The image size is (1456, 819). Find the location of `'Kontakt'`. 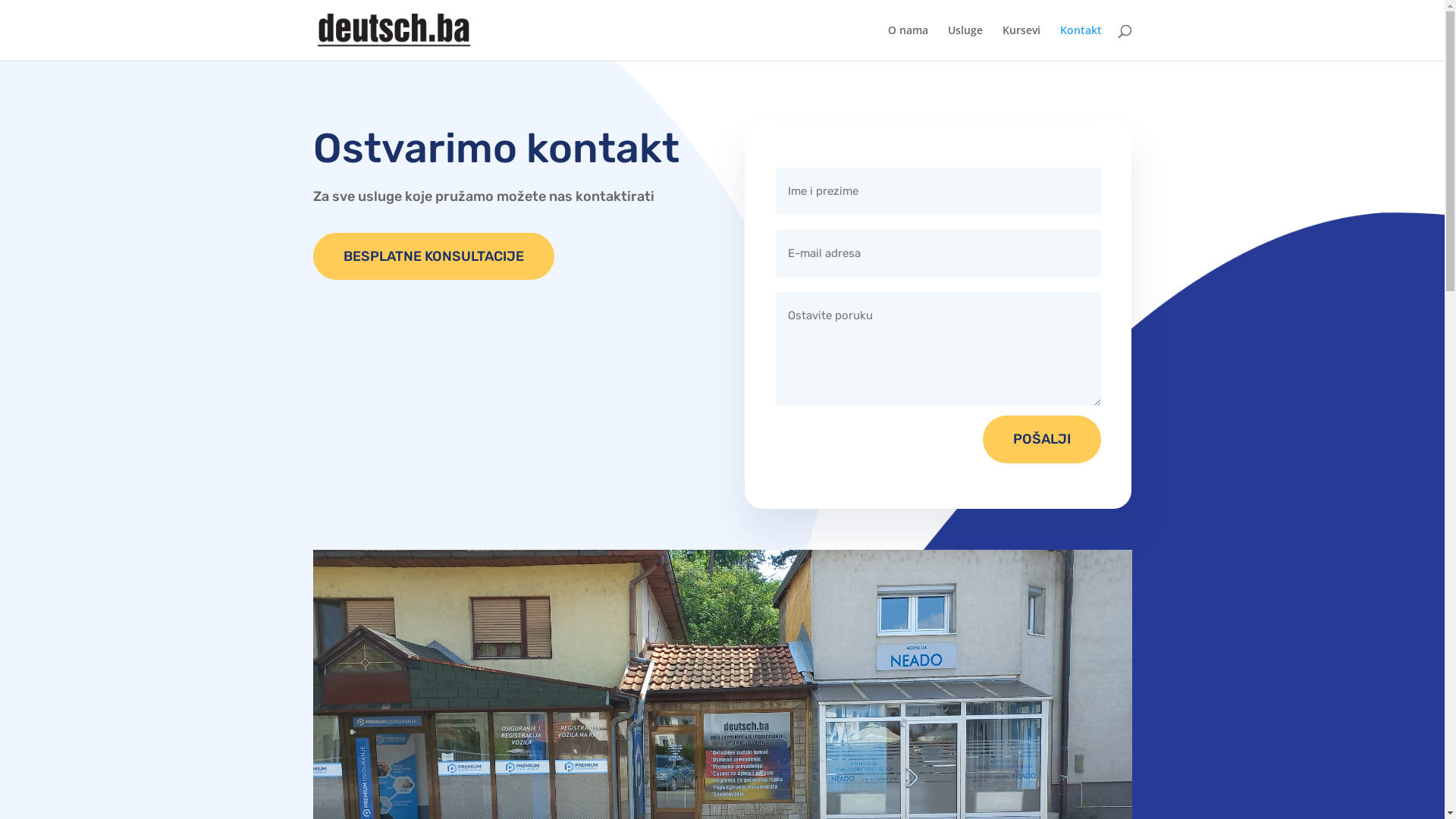

'Kontakt' is located at coordinates (1080, 42).